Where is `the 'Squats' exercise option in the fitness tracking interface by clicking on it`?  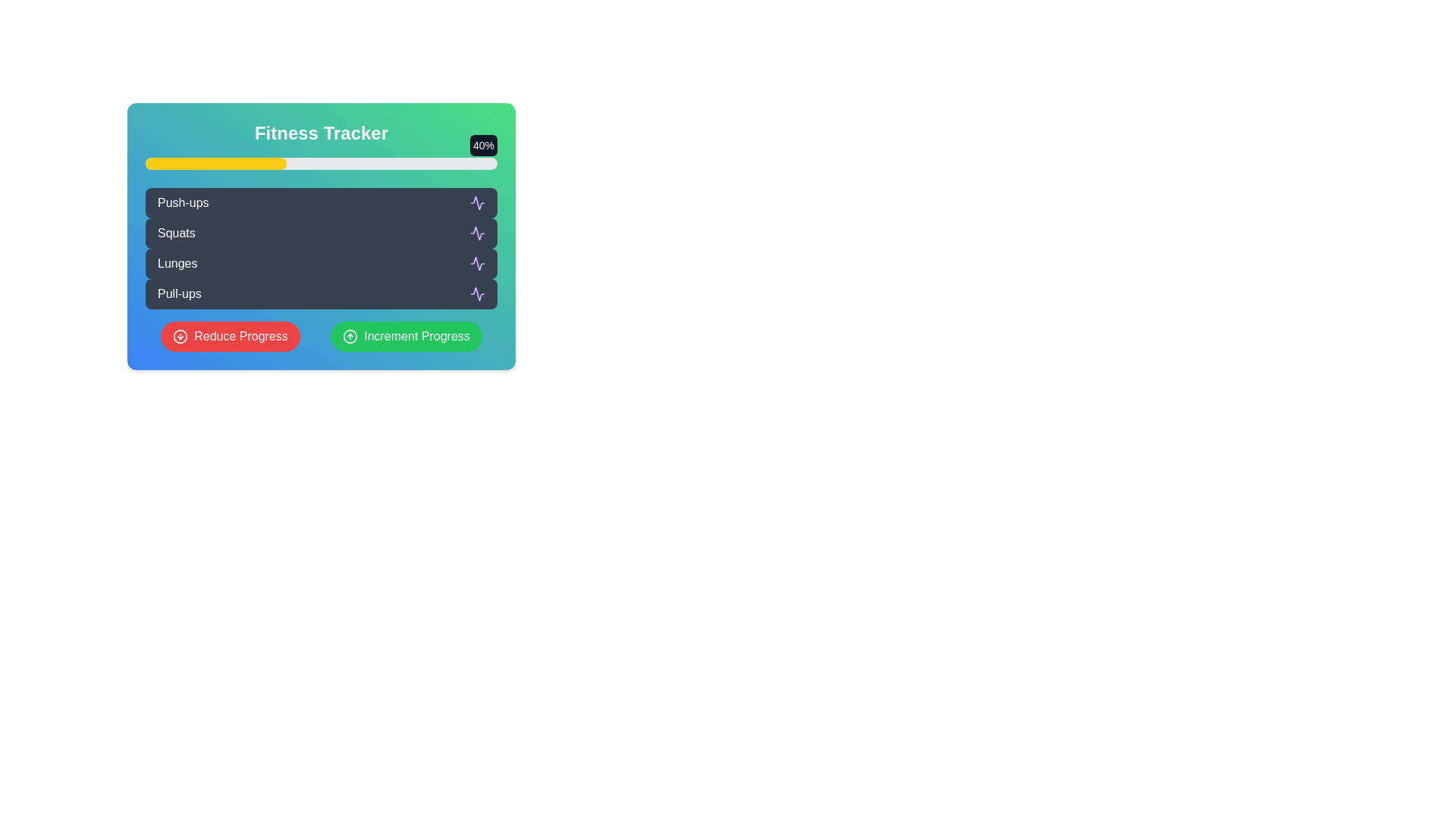 the 'Squats' exercise option in the fitness tracking interface by clicking on it is located at coordinates (320, 234).